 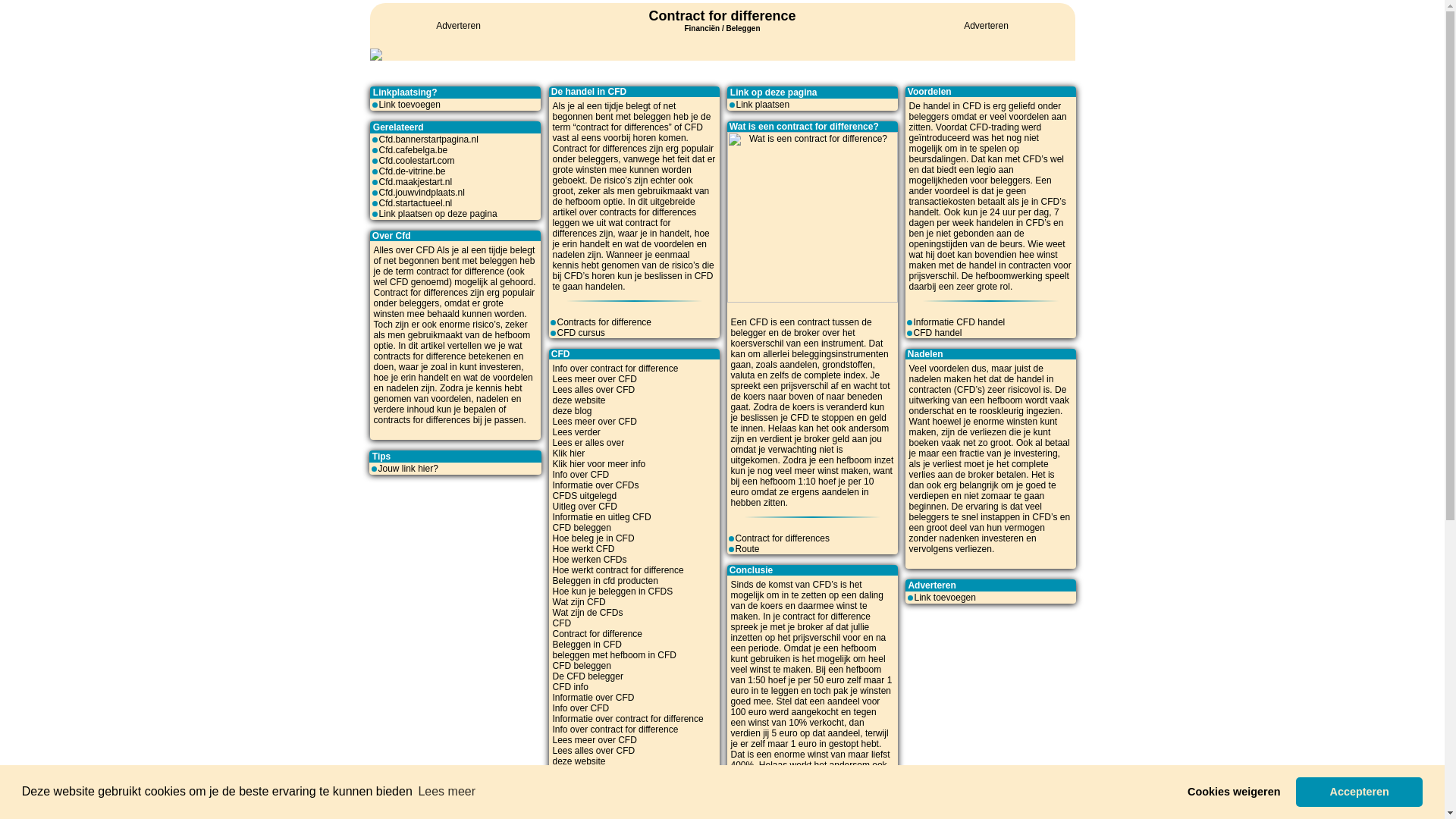 I want to click on 'Klik hier voor meer info', so click(x=598, y=463).